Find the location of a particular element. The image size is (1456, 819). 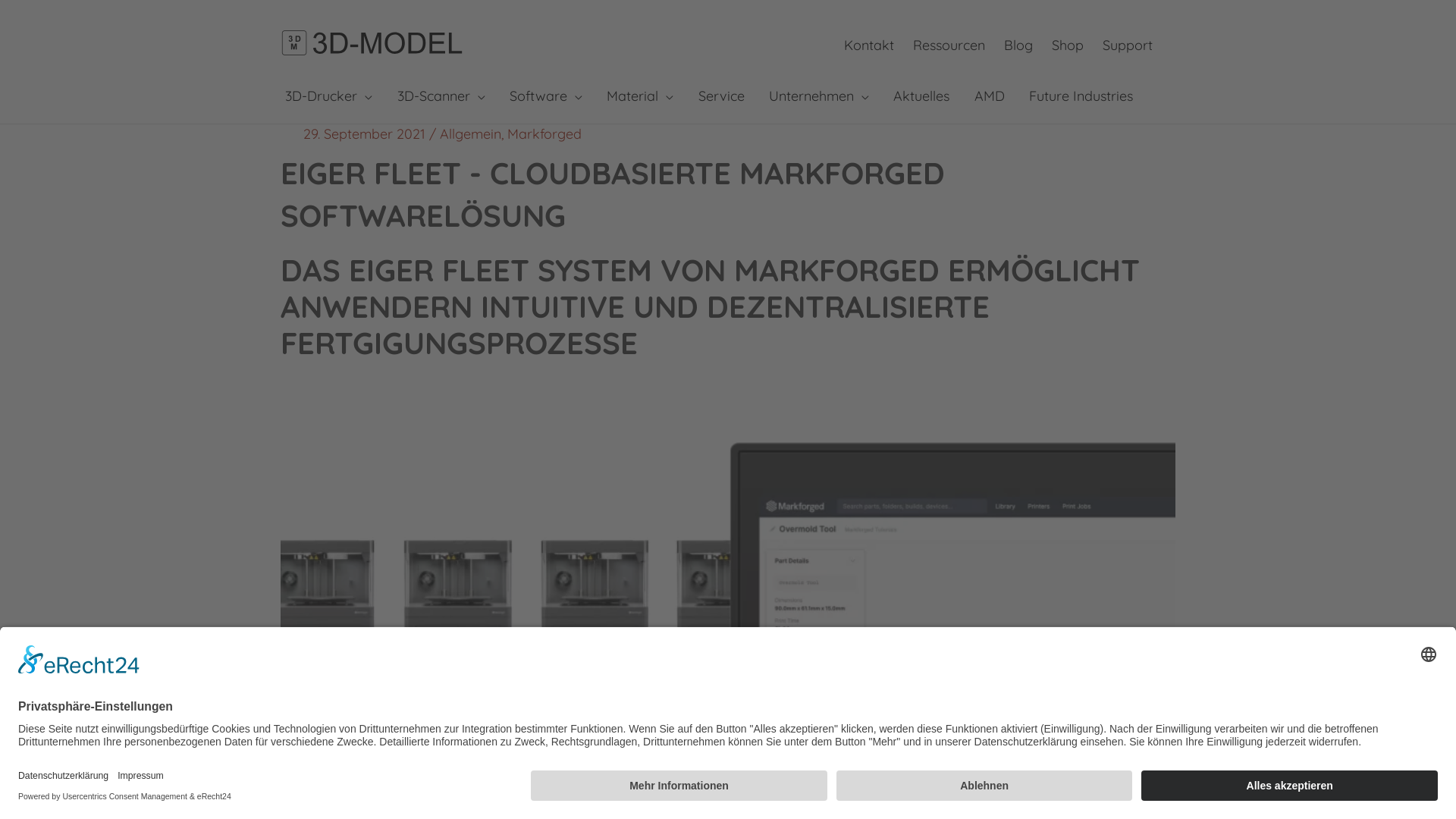

'3D-Scanner' is located at coordinates (439, 96).